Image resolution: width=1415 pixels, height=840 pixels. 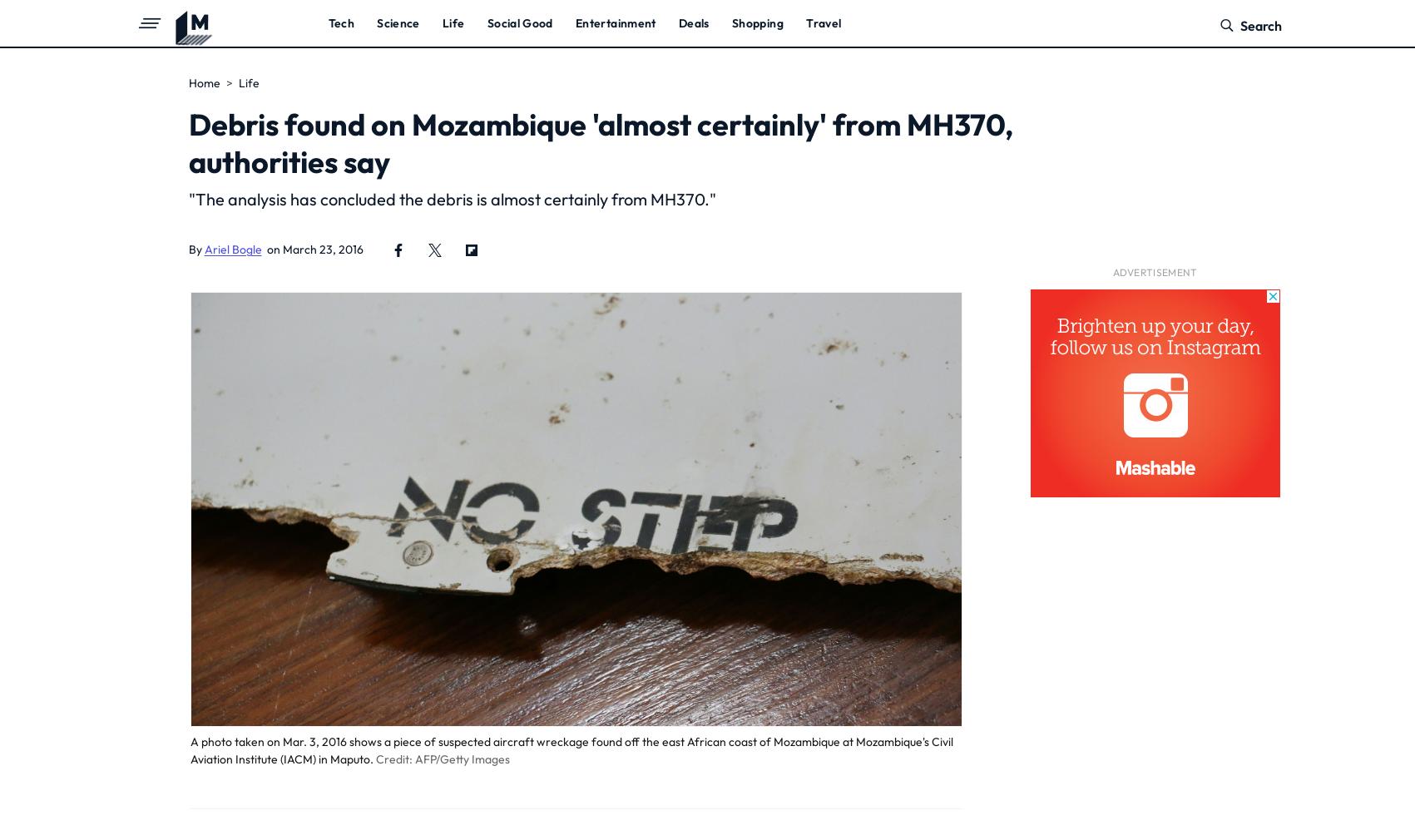 I want to click on 'Travel', so click(x=823, y=22).